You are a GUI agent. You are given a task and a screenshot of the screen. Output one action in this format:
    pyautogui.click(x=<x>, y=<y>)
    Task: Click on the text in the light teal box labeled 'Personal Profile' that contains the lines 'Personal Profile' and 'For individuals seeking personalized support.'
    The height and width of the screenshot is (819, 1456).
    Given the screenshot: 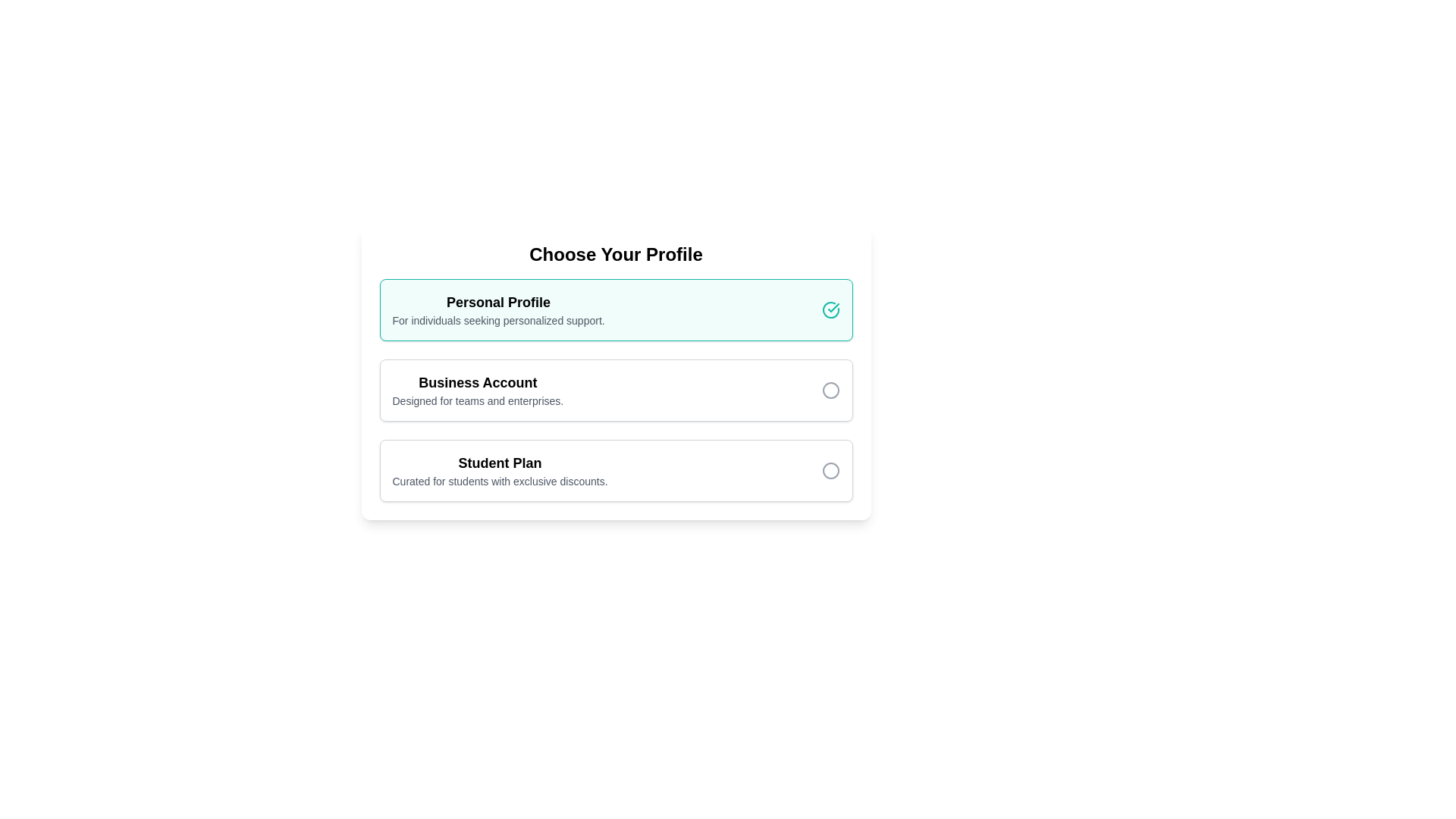 What is the action you would take?
    pyautogui.click(x=498, y=309)
    